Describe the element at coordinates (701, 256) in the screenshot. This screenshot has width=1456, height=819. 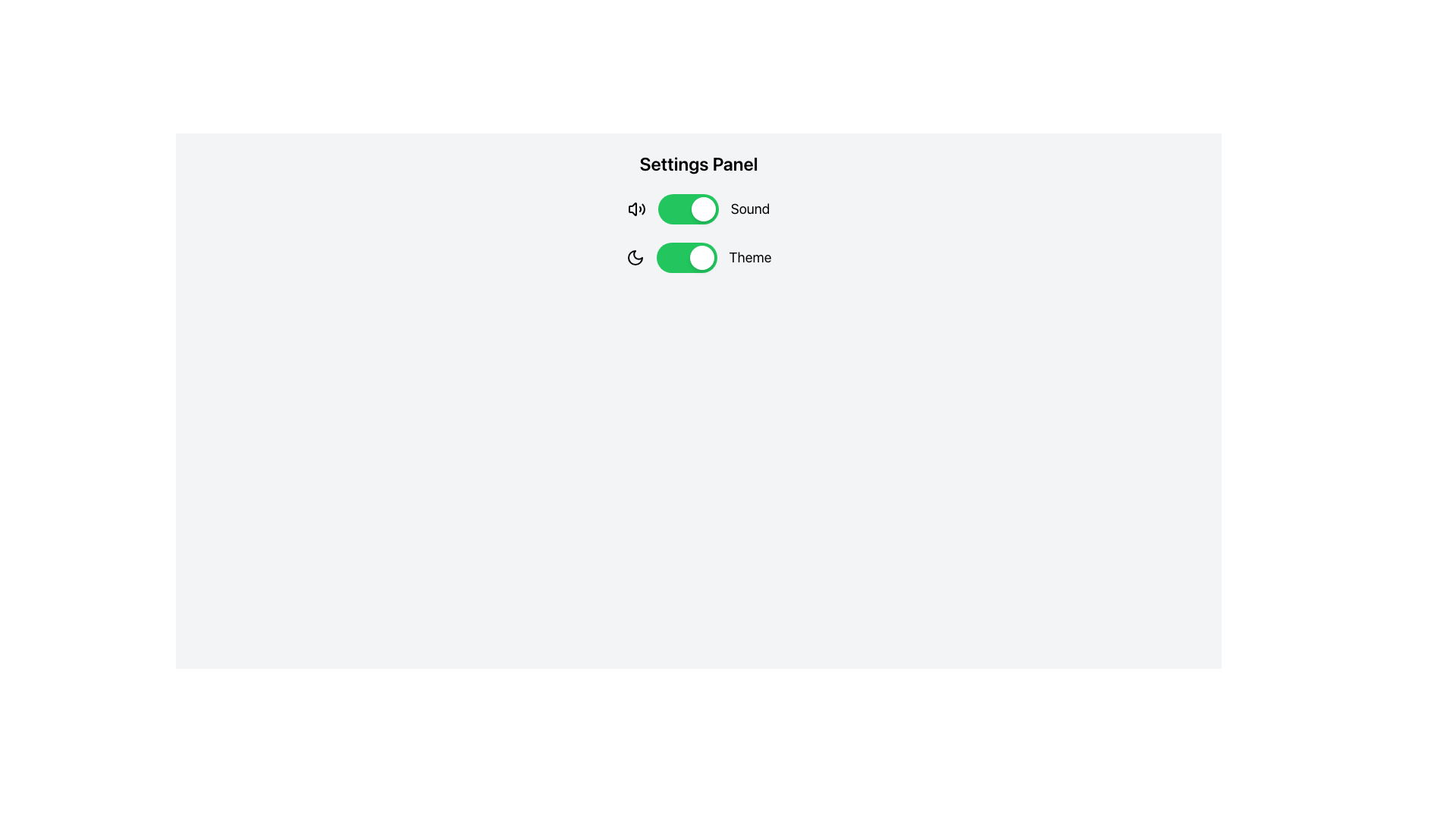
I see `the toggle thumb for the 'Theme' option, located on the right side of the horizontal toggle switch` at that location.